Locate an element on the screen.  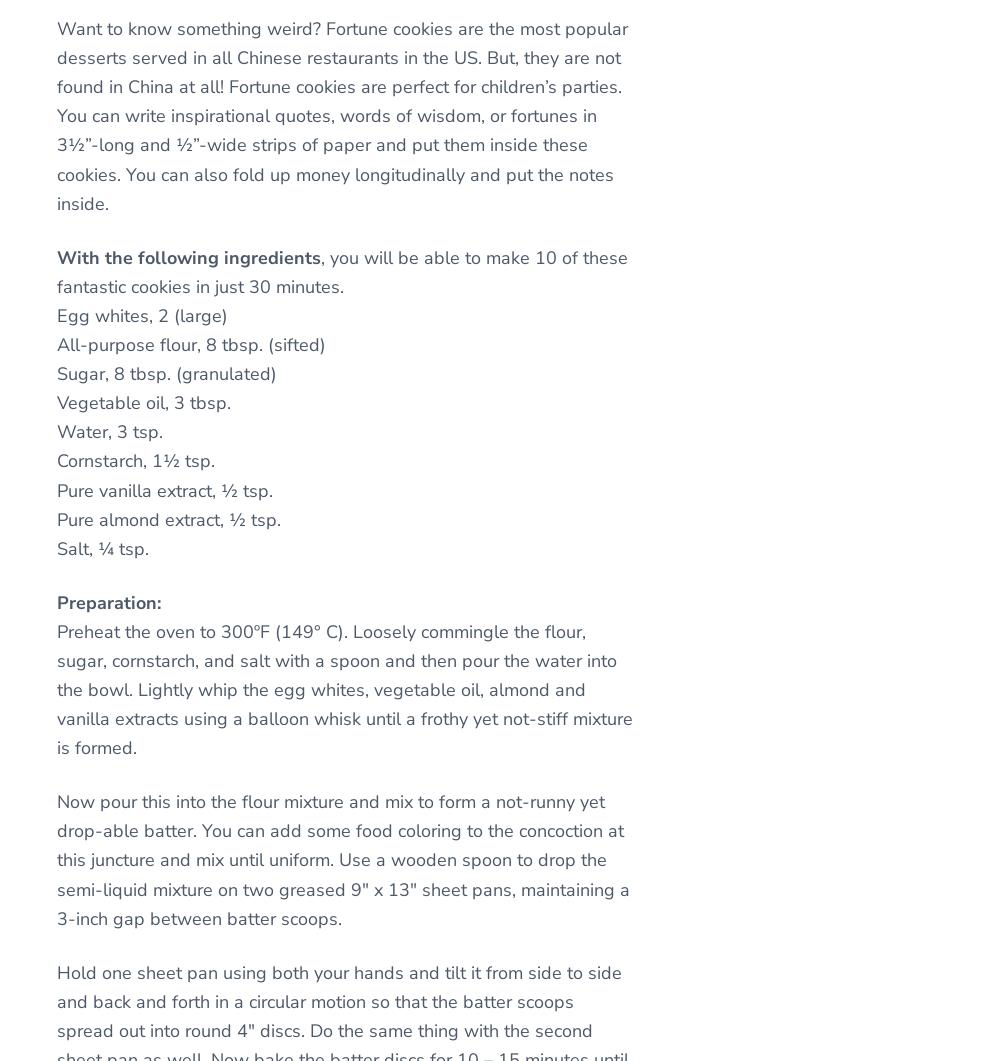
'Preheat the oven to 300ºF (149° C). Loosely commingle the flour, sugar, cornstarch, and salt with a spoon and then pour the water into the bowl. Lightly whip the egg whites, vegetable oil, almond and vanilla extracts using a balloon whisk until a frothy yet not-stiff mixture is formed.' is located at coordinates (343, 688).